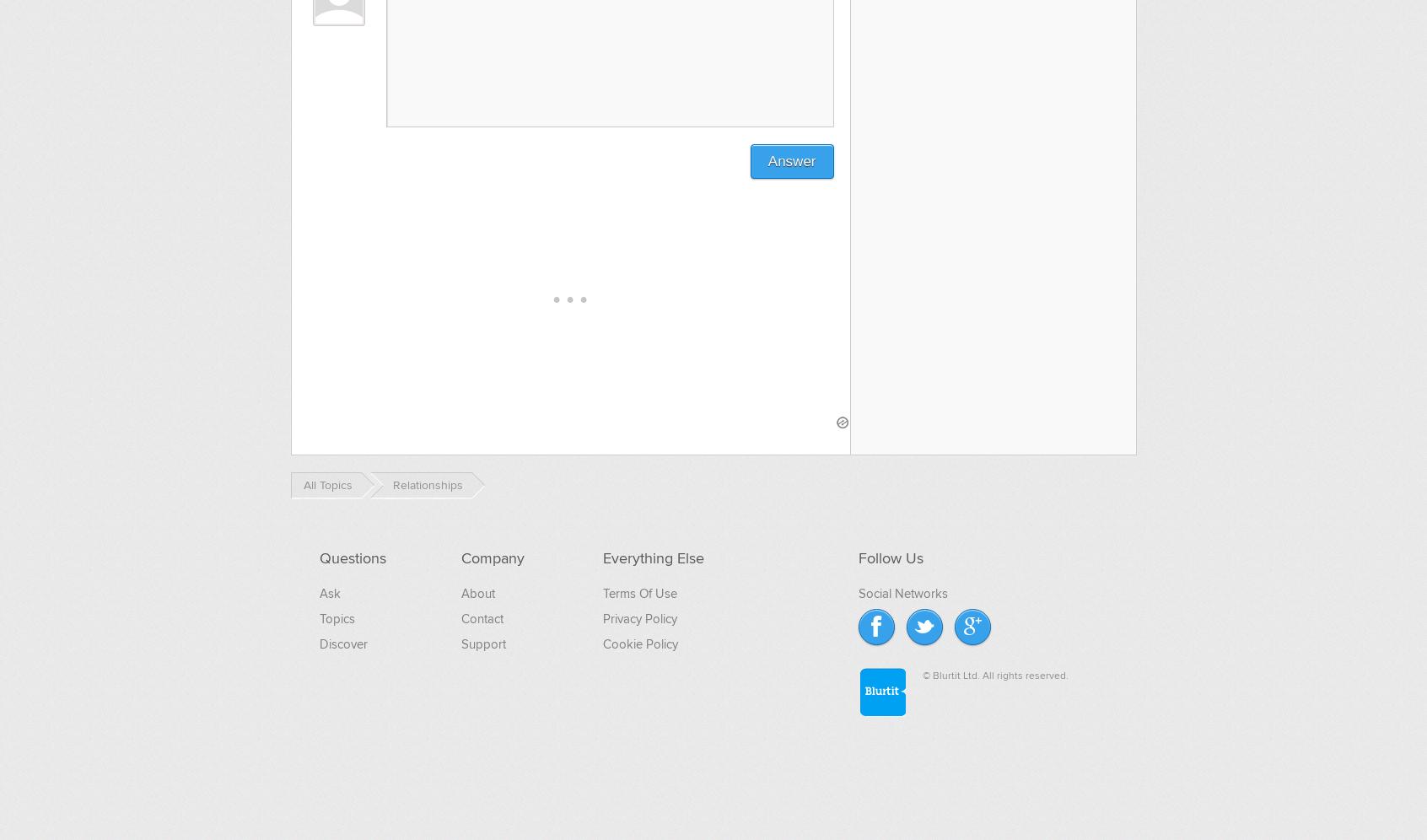  What do you see at coordinates (481, 617) in the screenshot?
I see `'Contact'` at bounding box center [481, 617].